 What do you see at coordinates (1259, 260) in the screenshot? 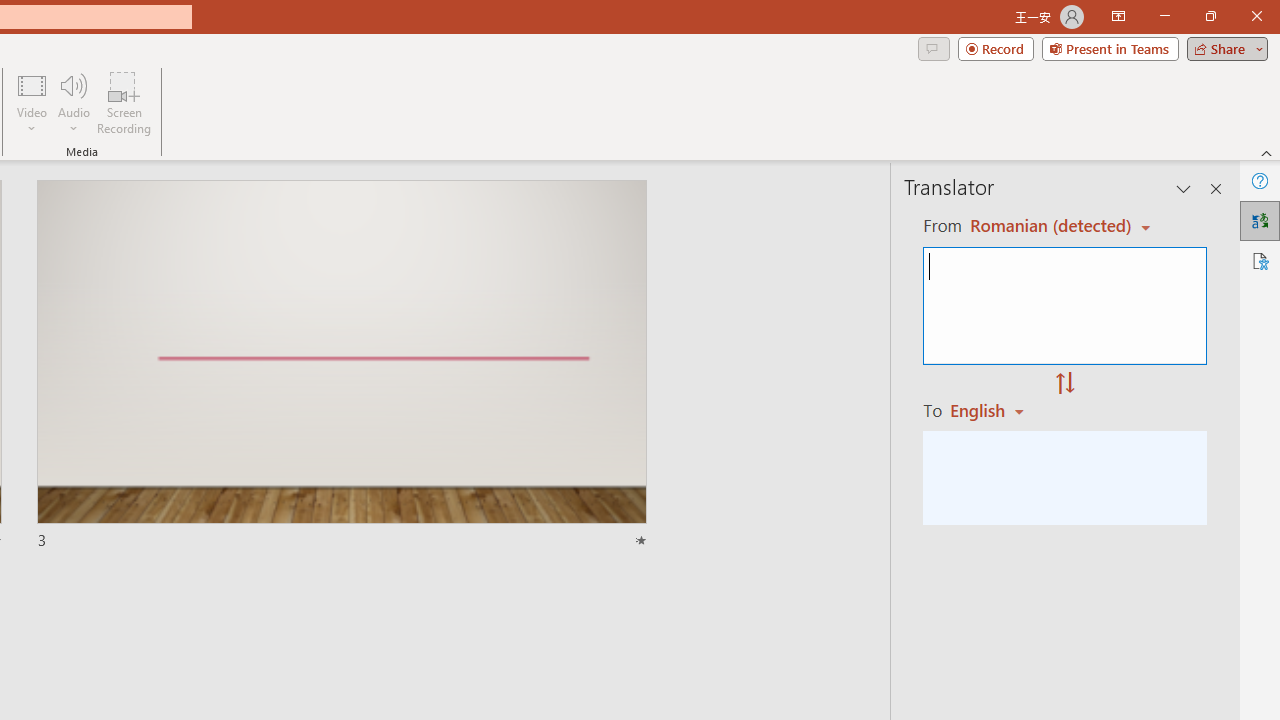
I see `'Accessibility'` at bounding box center [1259, 260].